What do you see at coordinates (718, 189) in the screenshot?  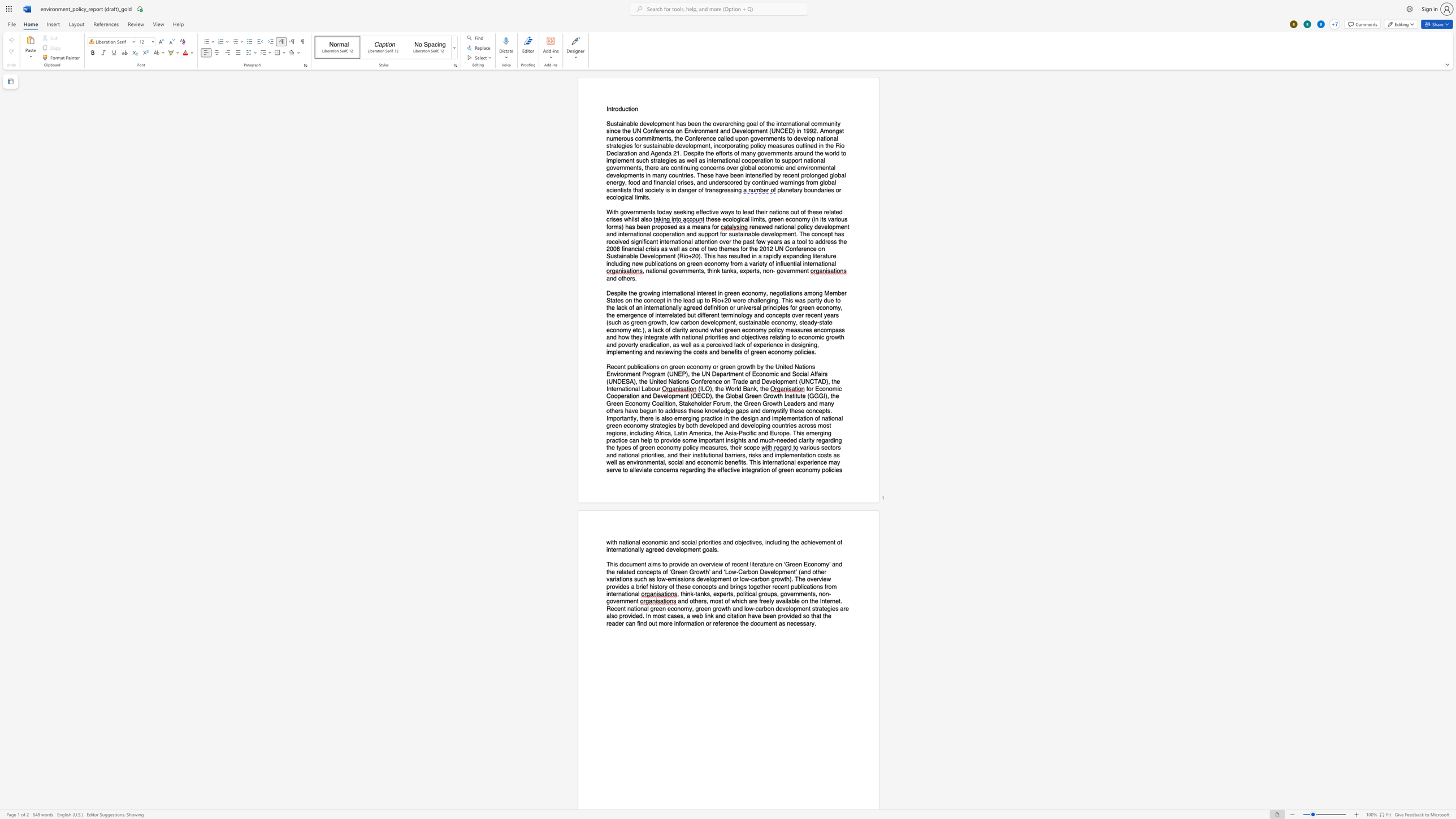 I see `the space between the continuous character "s" and "g" in the text` at bounding box center [718, 189].